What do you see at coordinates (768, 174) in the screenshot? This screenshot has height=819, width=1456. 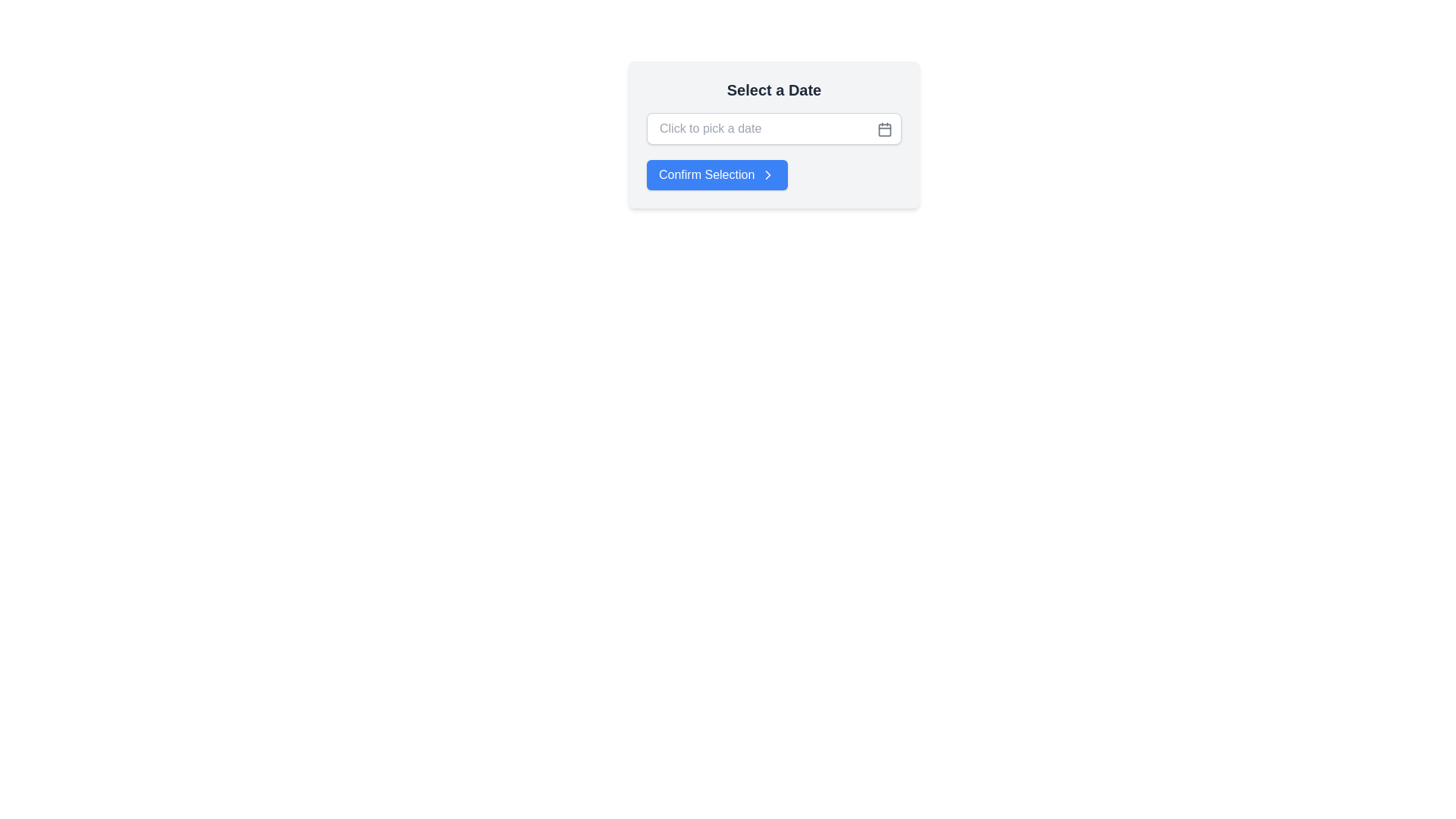 I see `the right-pointing chevron icon on the 'Confirm Selection' button, which is located below the 'Click to pick a date' input box` at bounding box center [768, 174].